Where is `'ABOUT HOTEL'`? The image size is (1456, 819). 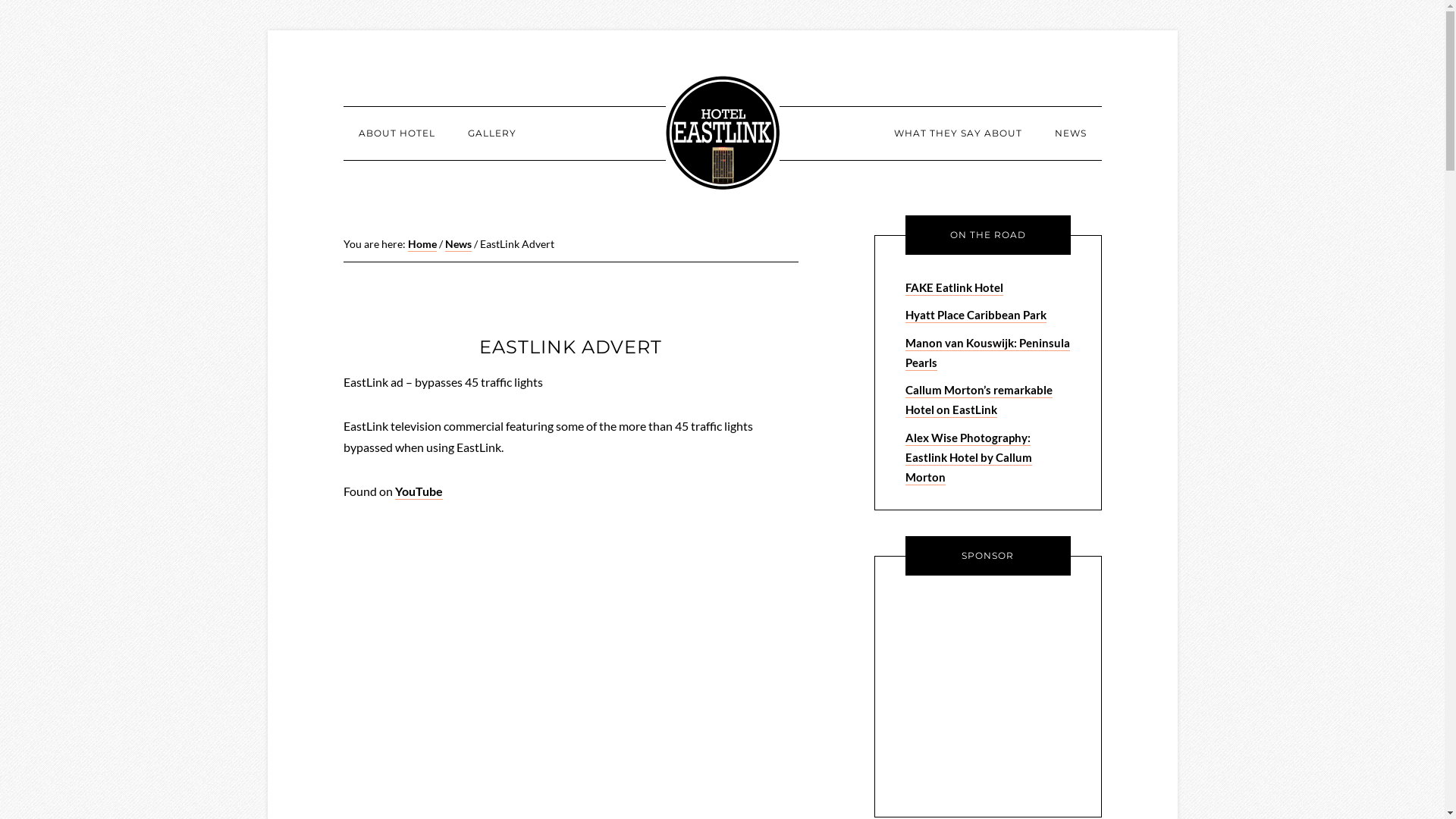 'ABOUT HOTEL' is located at coordinates (396, 133).